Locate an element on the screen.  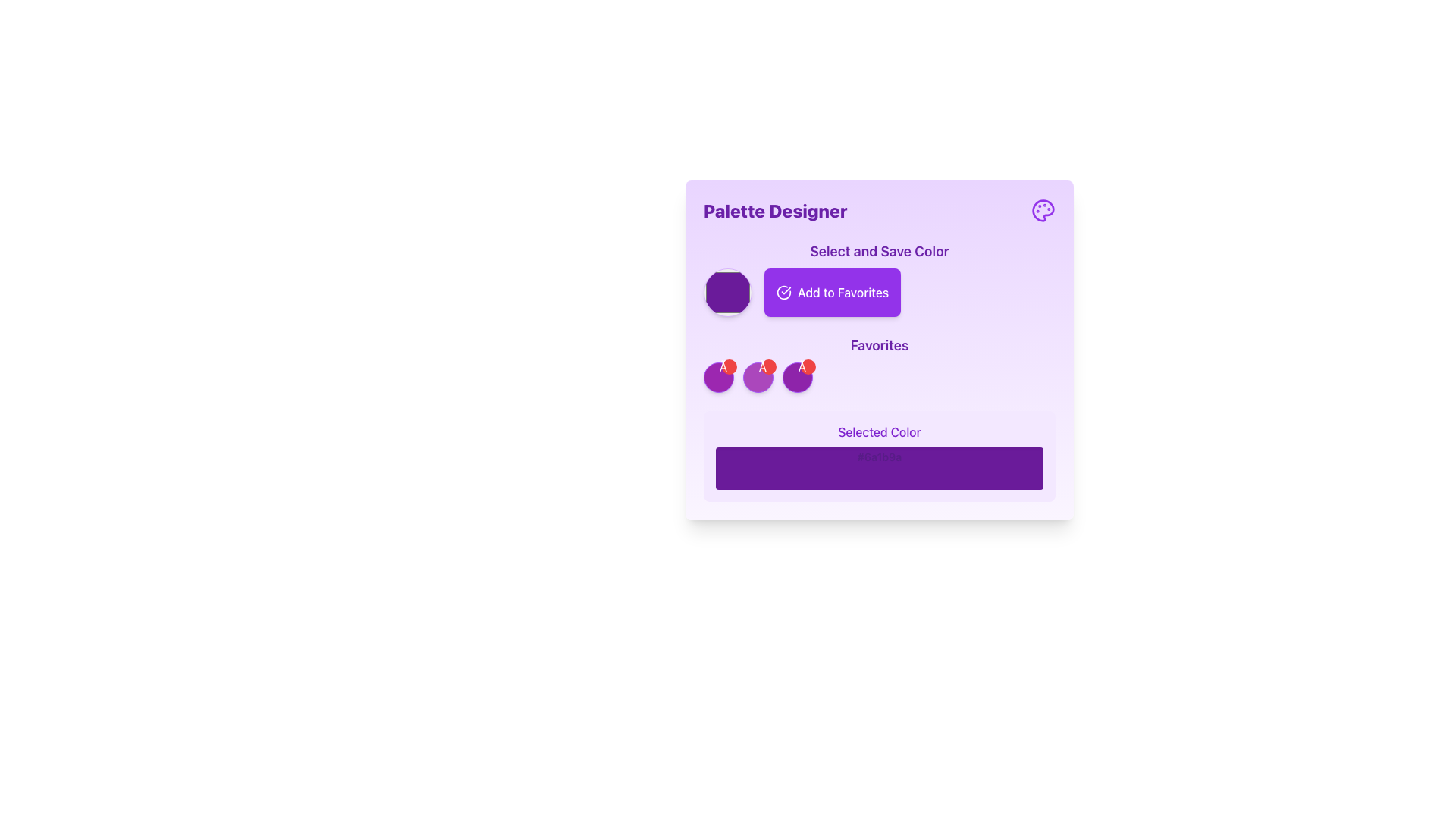
the dismiss or delete button located at the top-right corner of the second purple circular item is located at coordinates (807, 366).